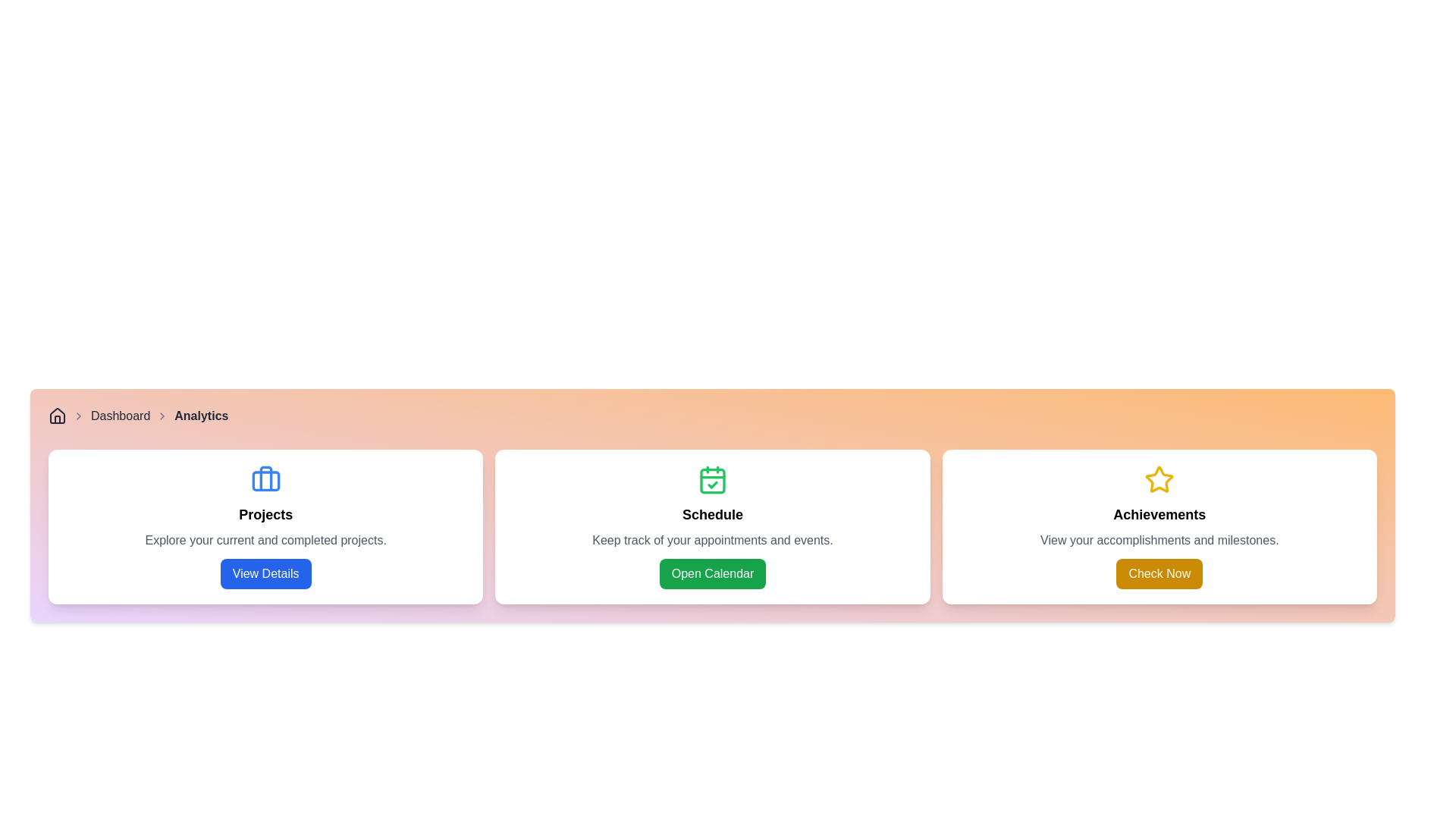  Describe the element at coordinates (265, 540) in the screenshot. I see `the Text Label that provides a descriptive summary of the card's content within the 'Projects' card, located below the title and above the 'View Details' button` at that location.